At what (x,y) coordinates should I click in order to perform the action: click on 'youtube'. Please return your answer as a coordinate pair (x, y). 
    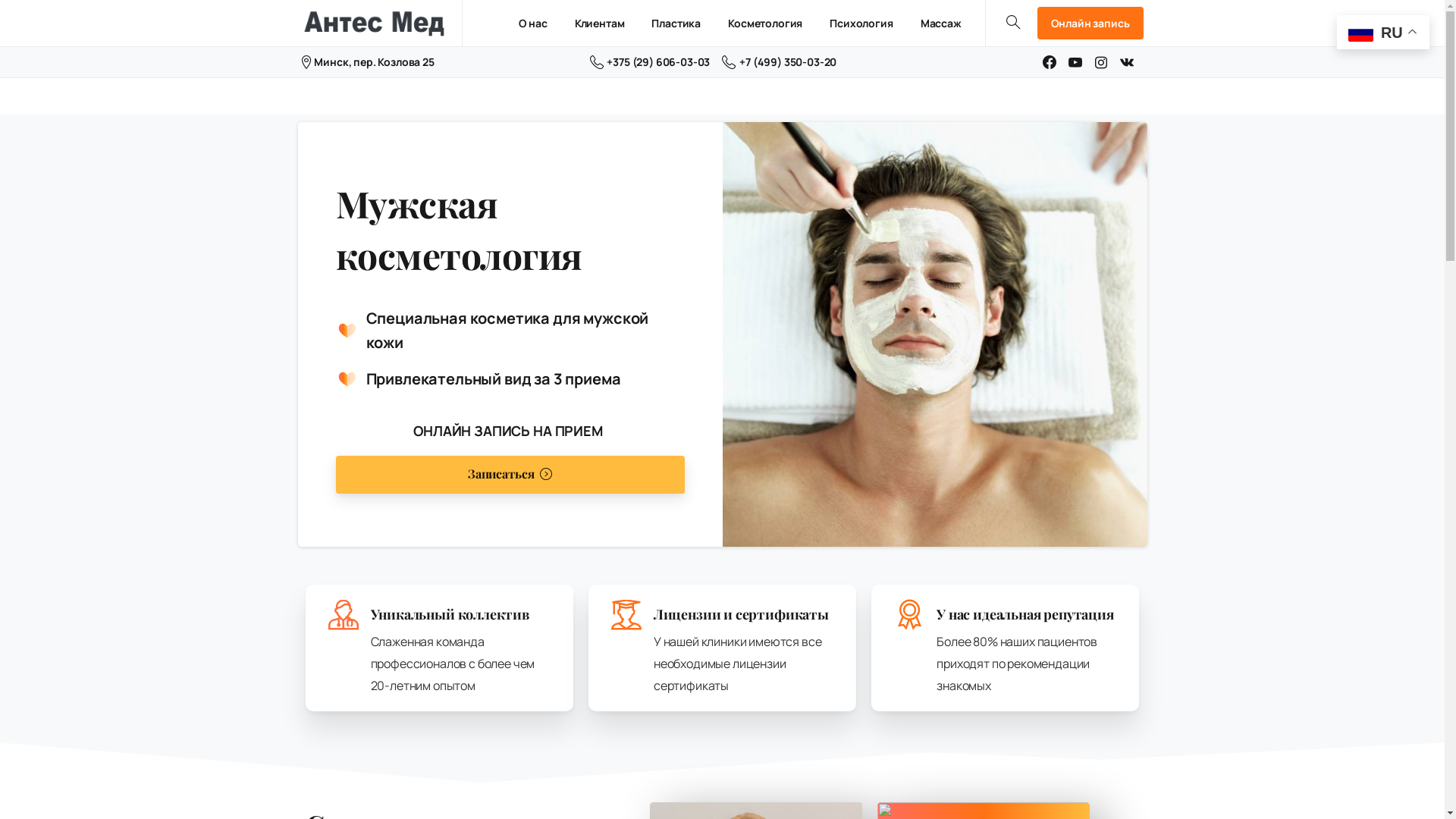
    Looking at the image, I should click on (1074, 61).